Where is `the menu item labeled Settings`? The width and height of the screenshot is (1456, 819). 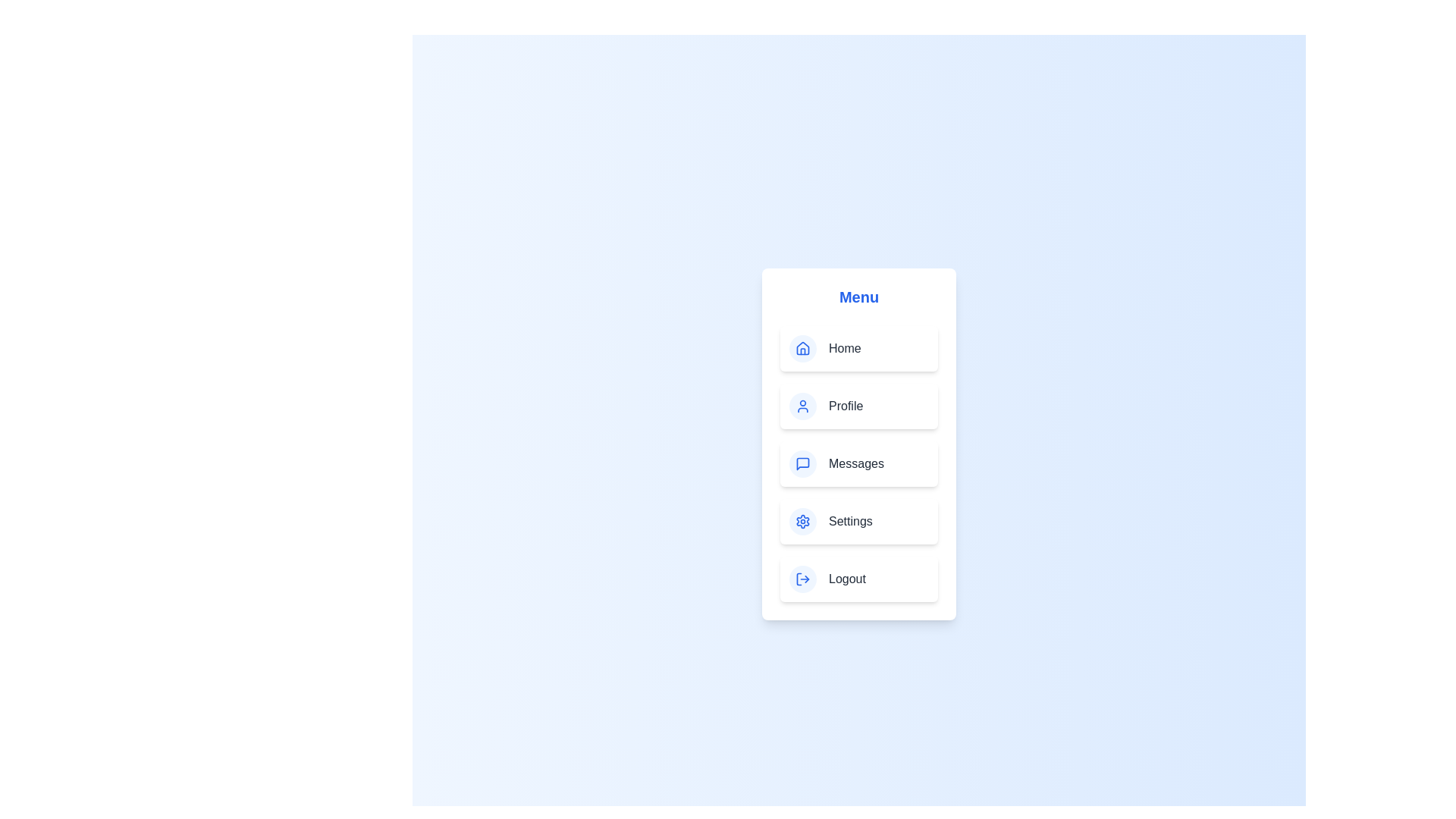 the menu item labeled Settings is located at coordinates (858, 520).